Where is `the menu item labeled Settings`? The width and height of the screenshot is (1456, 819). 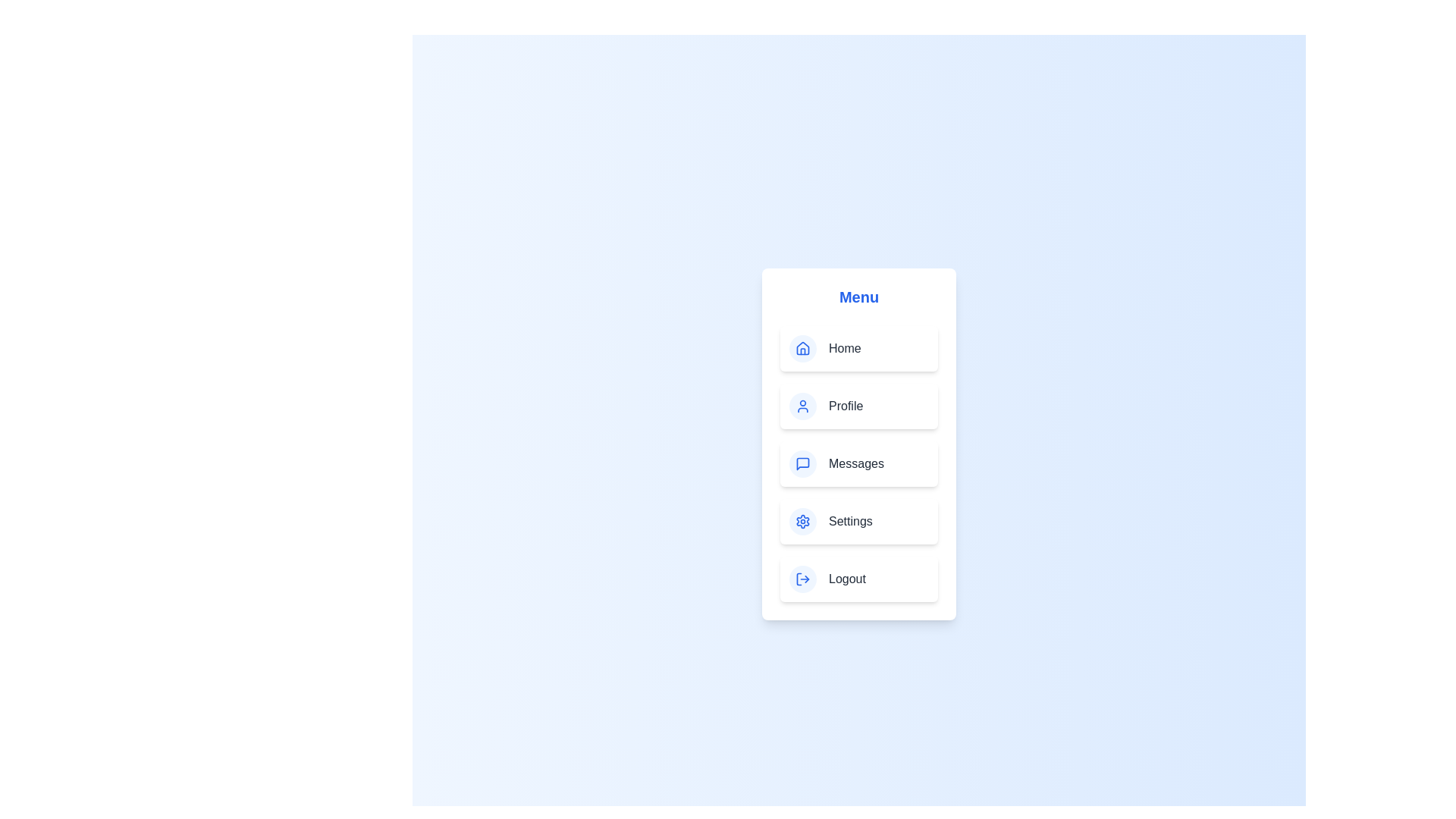 the menu item labeled Settings is located at coordinates (858, 520).